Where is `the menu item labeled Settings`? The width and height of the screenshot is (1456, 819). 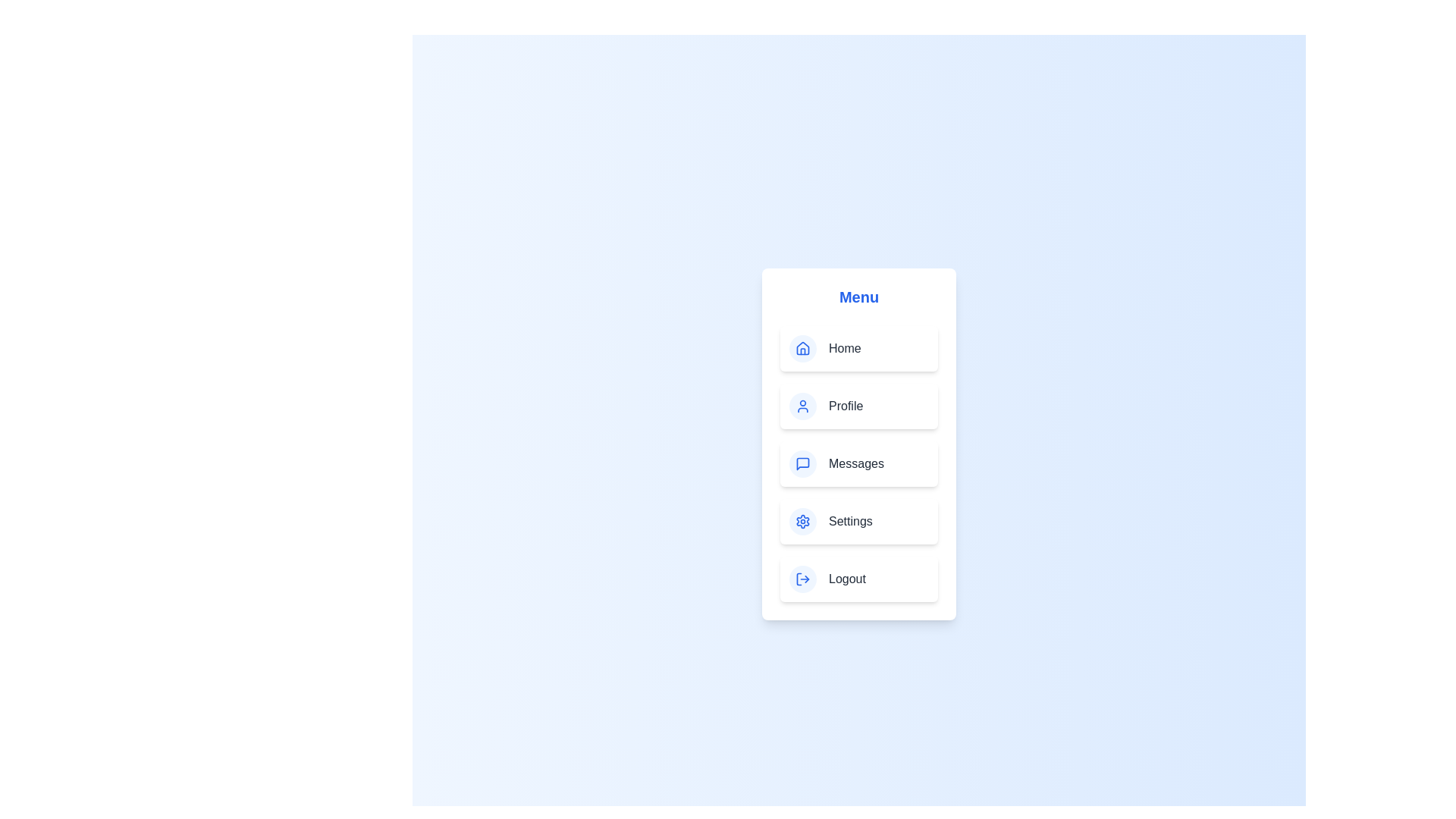 the menu item labeled Settings is located at coordinates (858, 520).